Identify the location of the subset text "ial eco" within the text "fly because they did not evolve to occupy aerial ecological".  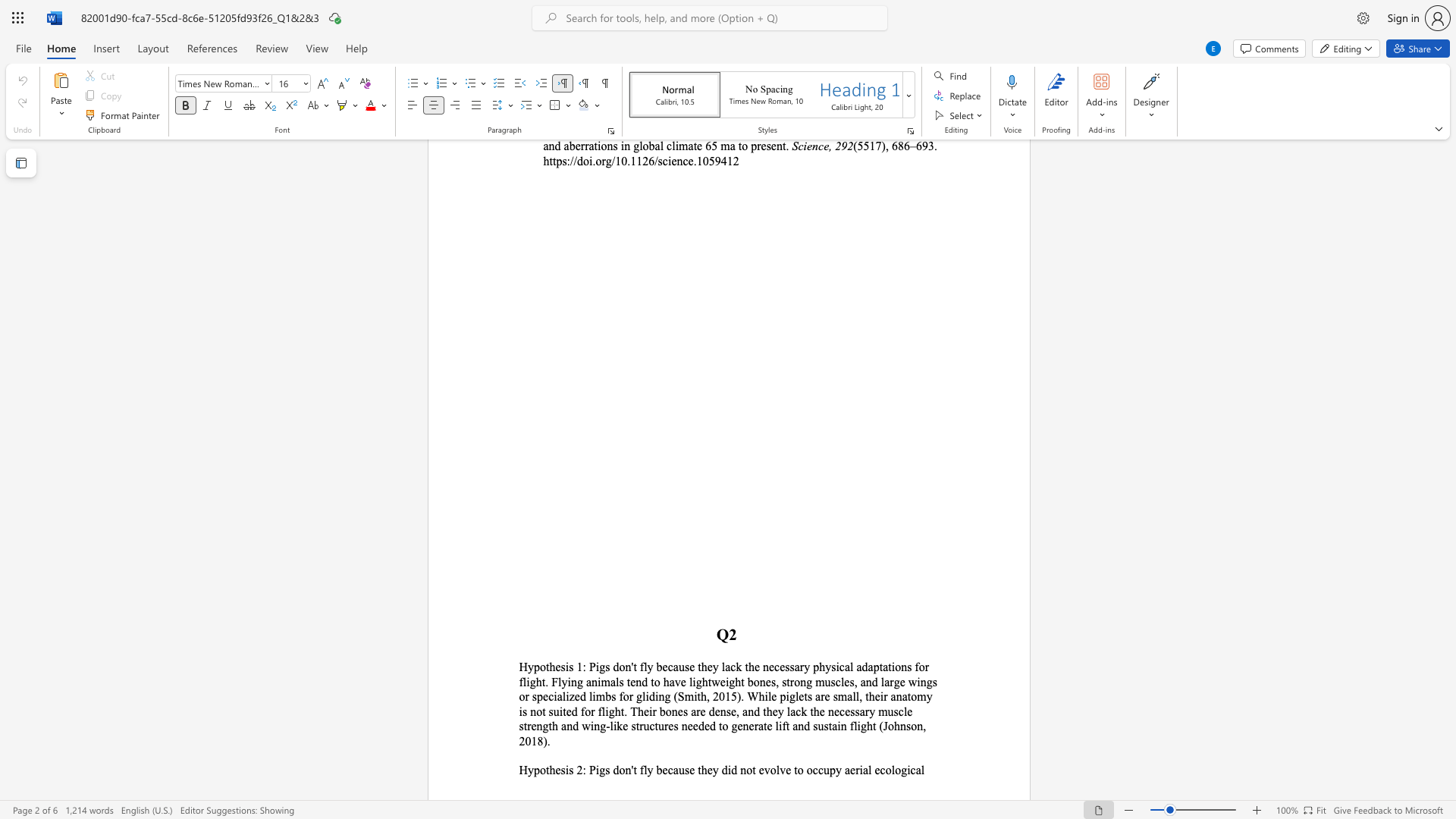
(859, 770).